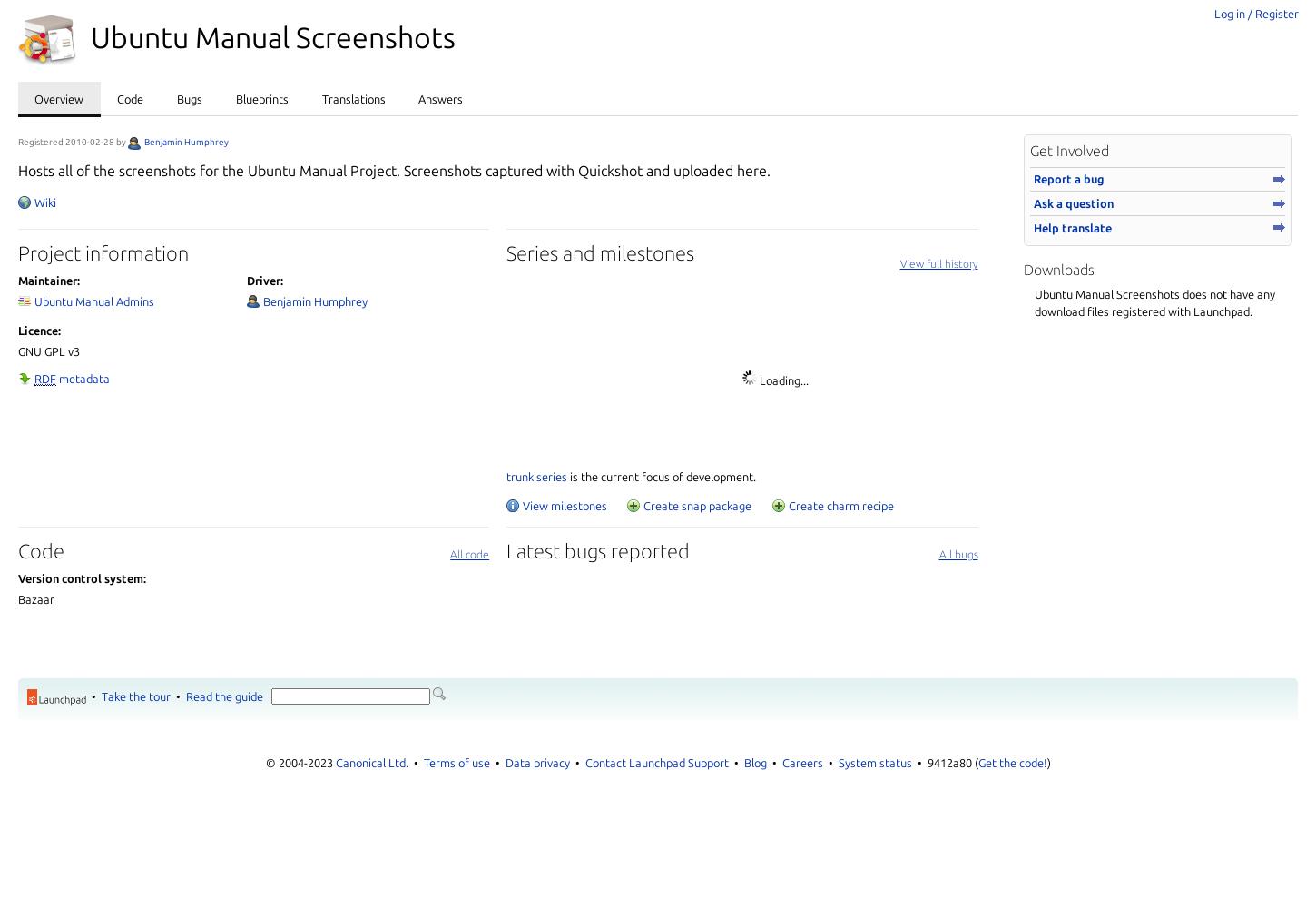 This screenshot has height=908, width=1316. Describe the element at coordinates (1066, 178) in the screenshot. I see `'Report a bug'` at that location.